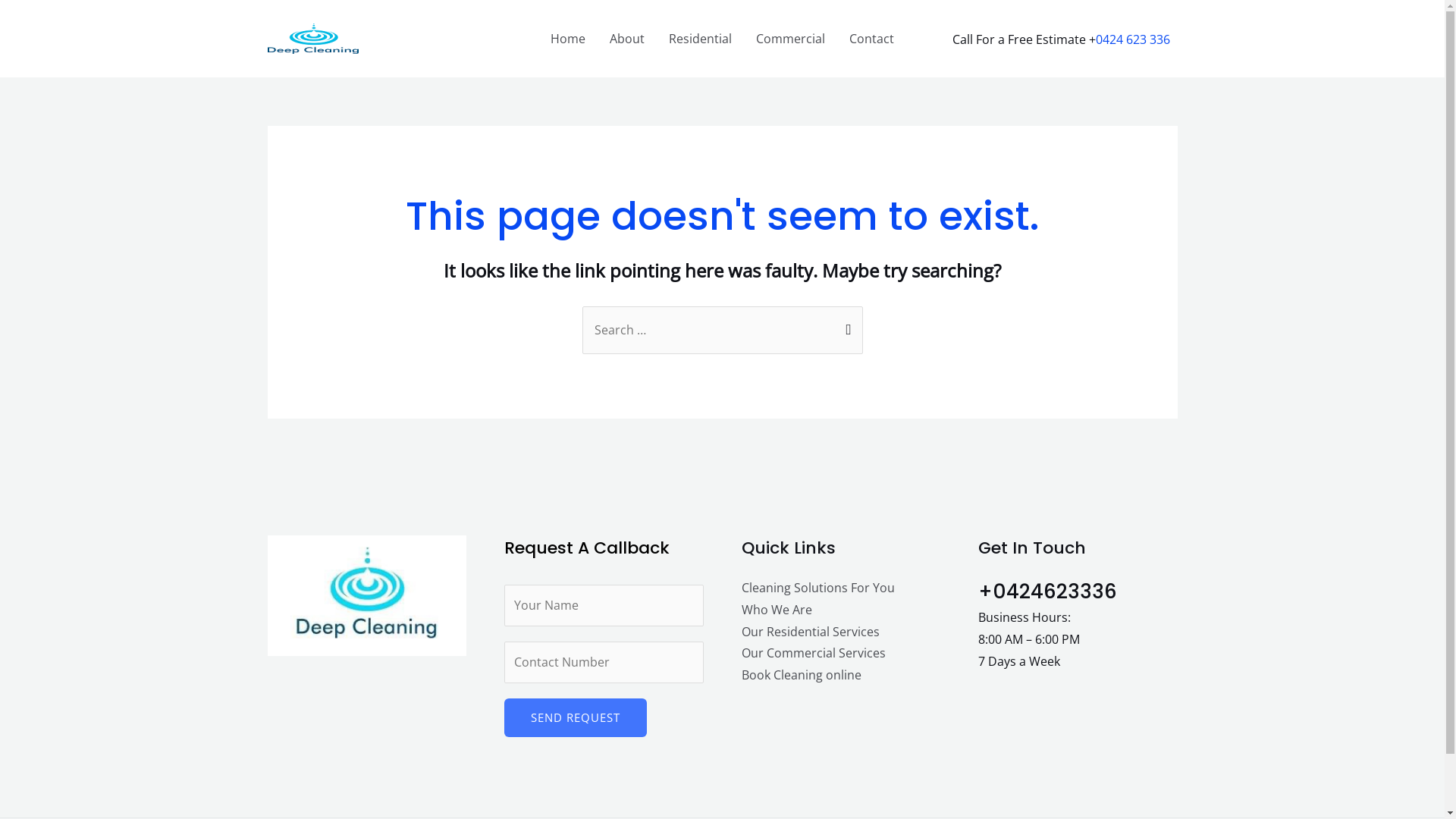 The height and width of the screenshot is (819, 1456). What do you see at coordinates (871, 37) in the screenshot?
I see `'Contact'` at bounding box center [871, 37].